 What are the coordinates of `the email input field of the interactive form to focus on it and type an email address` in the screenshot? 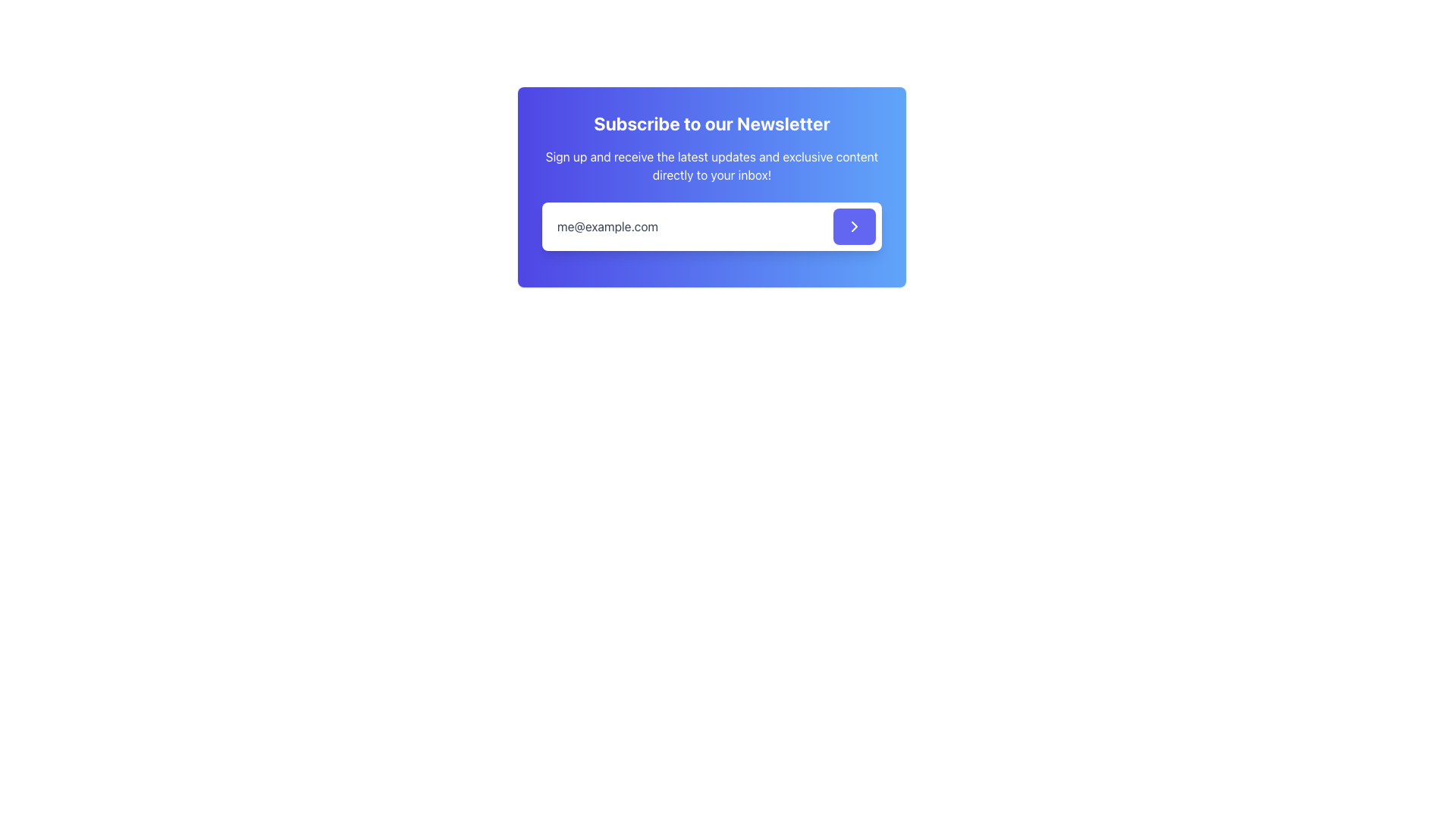 It's located at (711, 227).